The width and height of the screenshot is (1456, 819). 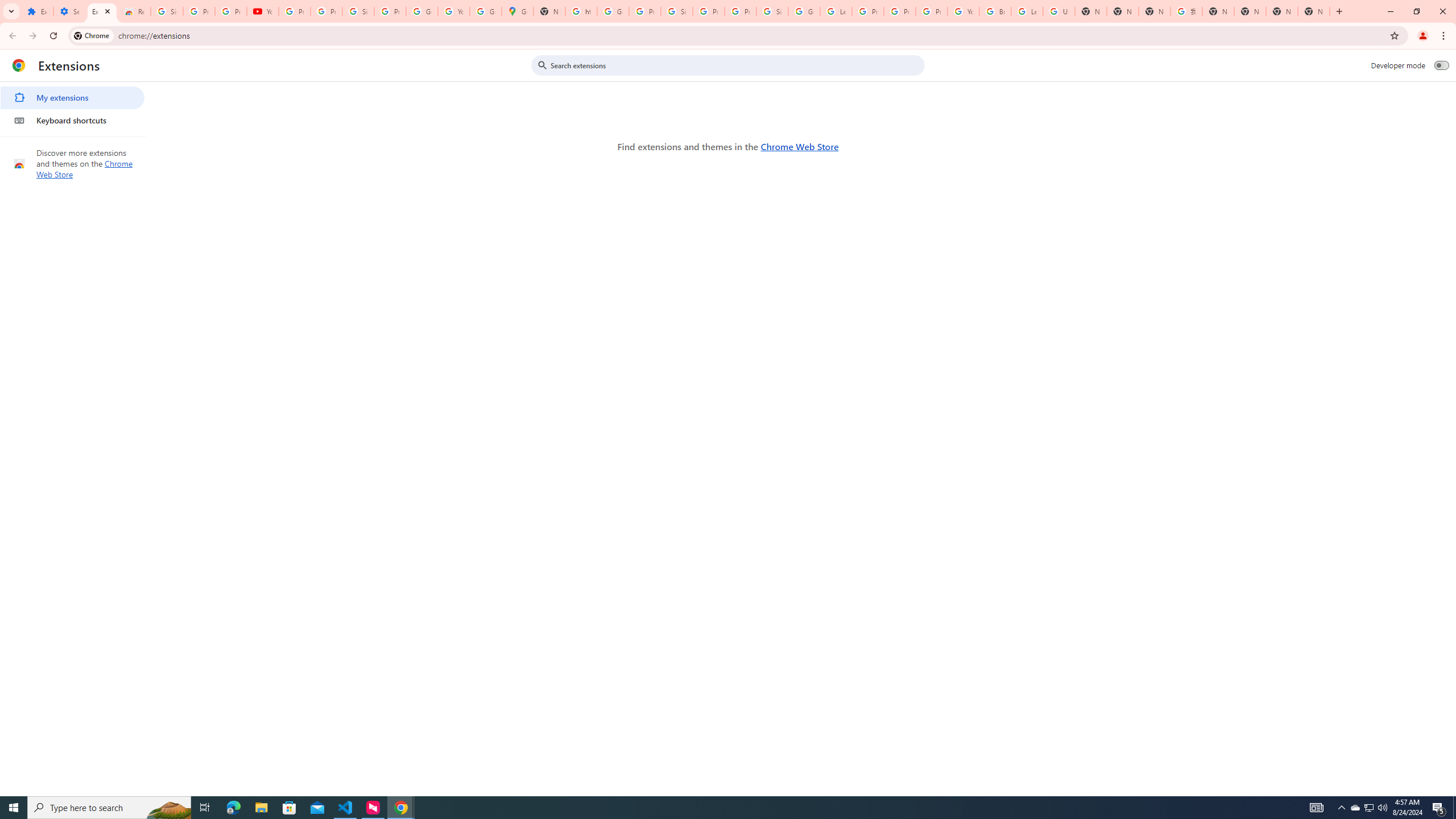 I want to click on 'https://scholar.google.com/', so click(x=581, y=11).